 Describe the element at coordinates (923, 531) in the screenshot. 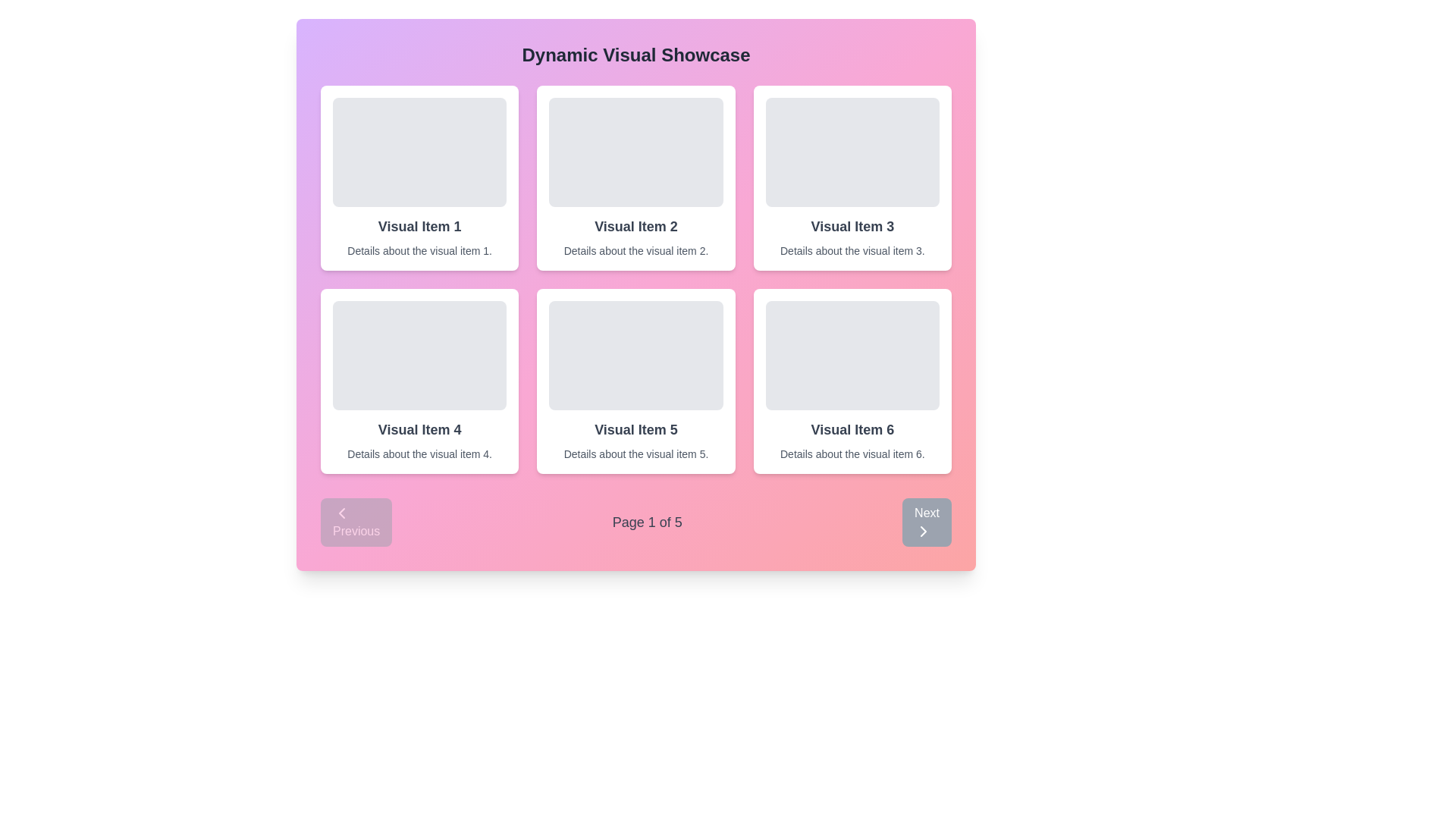

I see `the right-pointing chevron icon within the 'Next' button located in the bottom-right corner of the interface` at that location.